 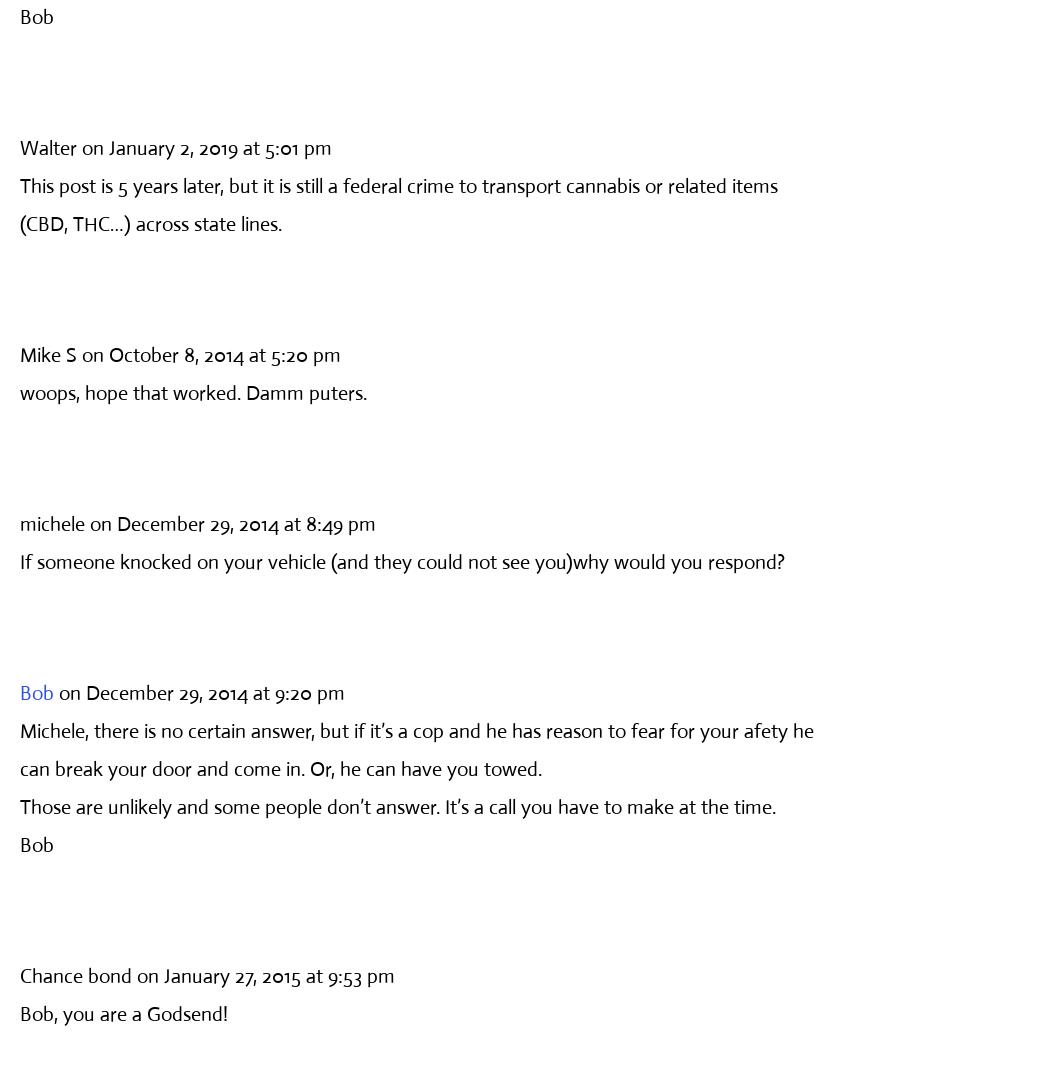 I want to click on 'This post is 5 years later, but it is still a federal crime to transport cannabis or related items (CBD, THC…) across state lines.', so click(x=399, y=204).